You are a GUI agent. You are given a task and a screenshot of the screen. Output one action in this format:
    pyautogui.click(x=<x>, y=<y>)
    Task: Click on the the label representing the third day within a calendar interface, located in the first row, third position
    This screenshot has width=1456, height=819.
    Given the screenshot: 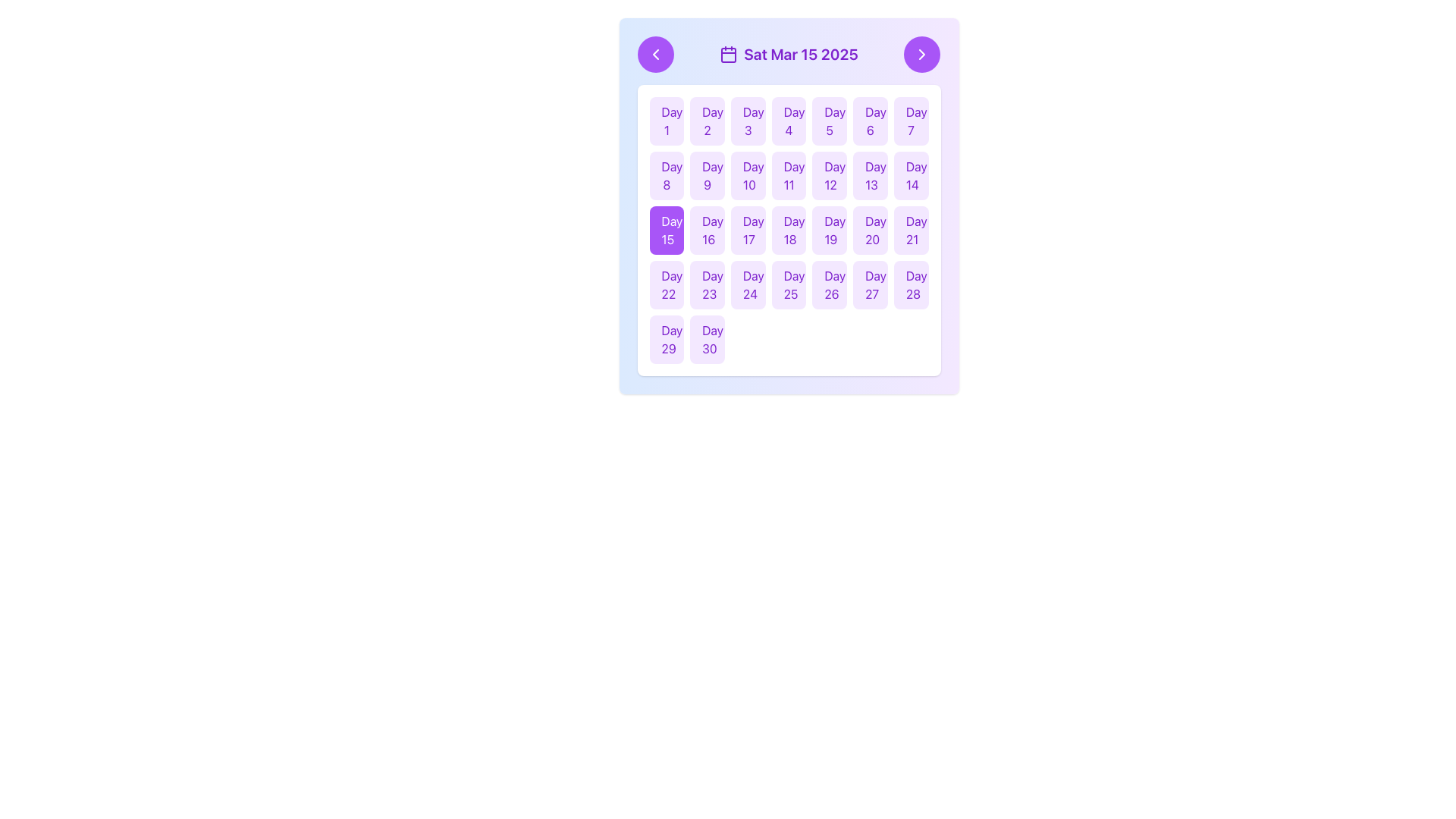 What is the action you would take?
    pyautogui.click(x=748, y=120)
    